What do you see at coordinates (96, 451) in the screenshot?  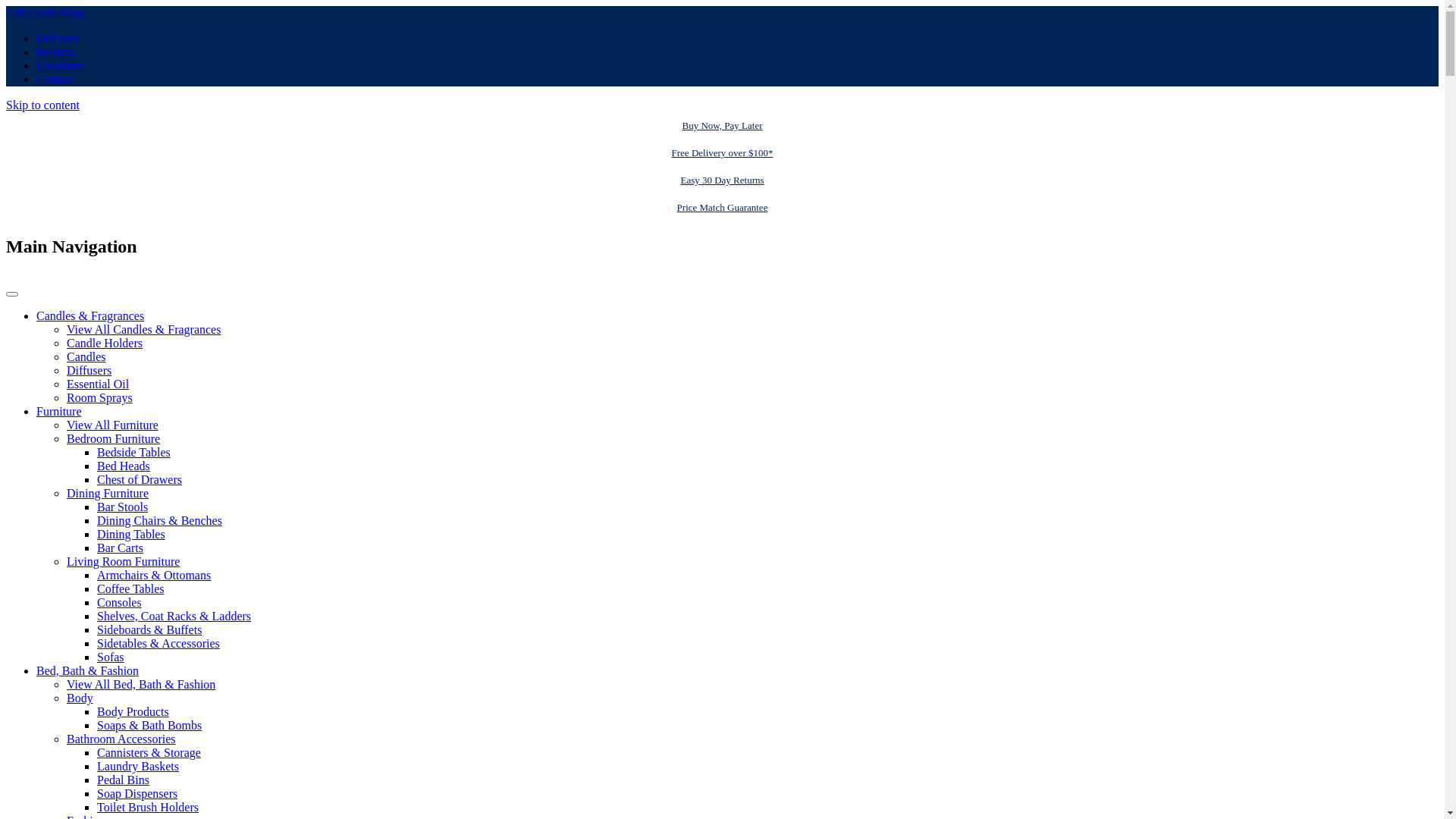 I see `'Bedside Tables'` at bounding box center [96, 451].